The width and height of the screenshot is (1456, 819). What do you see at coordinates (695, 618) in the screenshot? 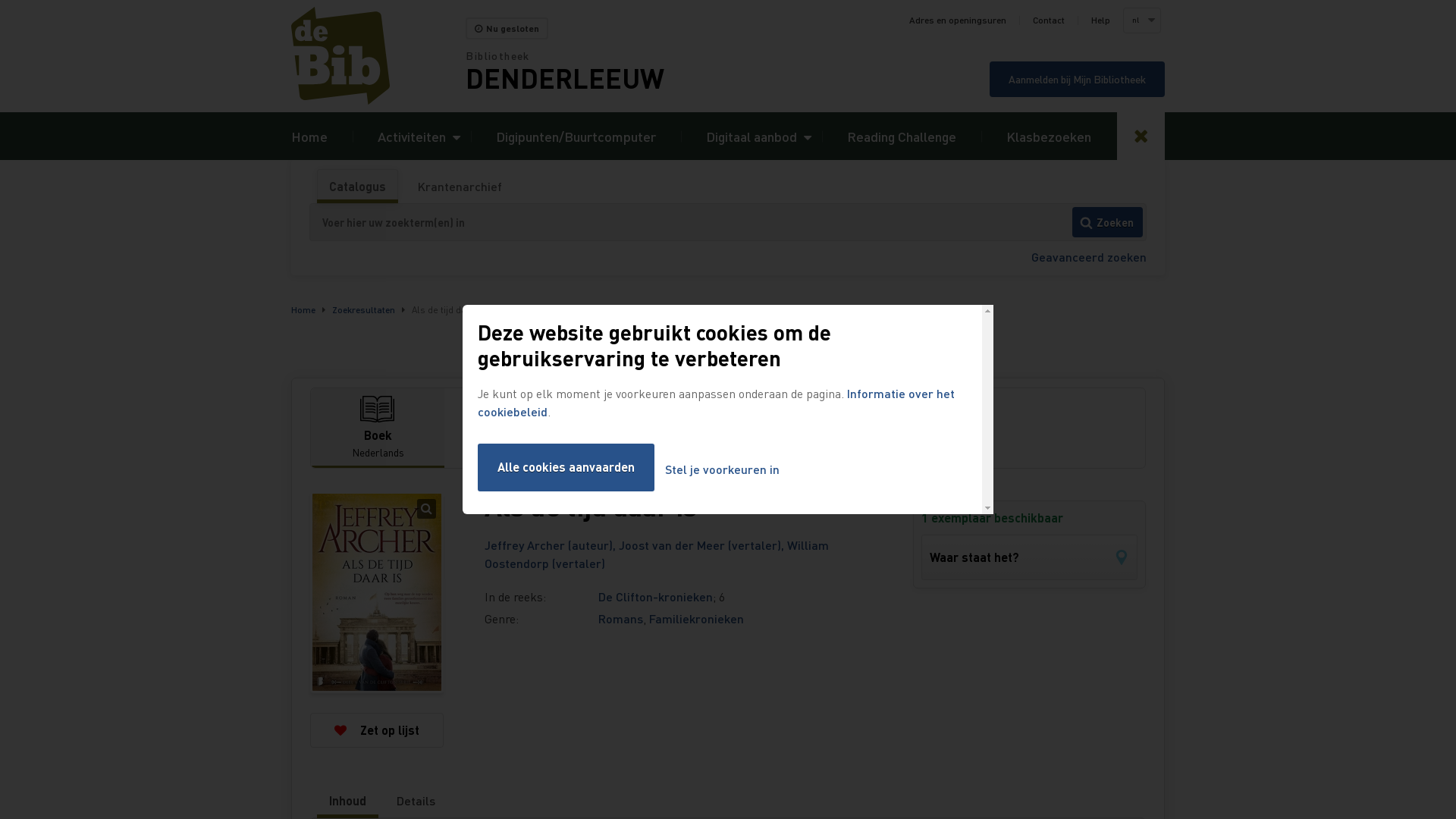
I see `'Familiekronieken'` at bounding box center [695, 618].